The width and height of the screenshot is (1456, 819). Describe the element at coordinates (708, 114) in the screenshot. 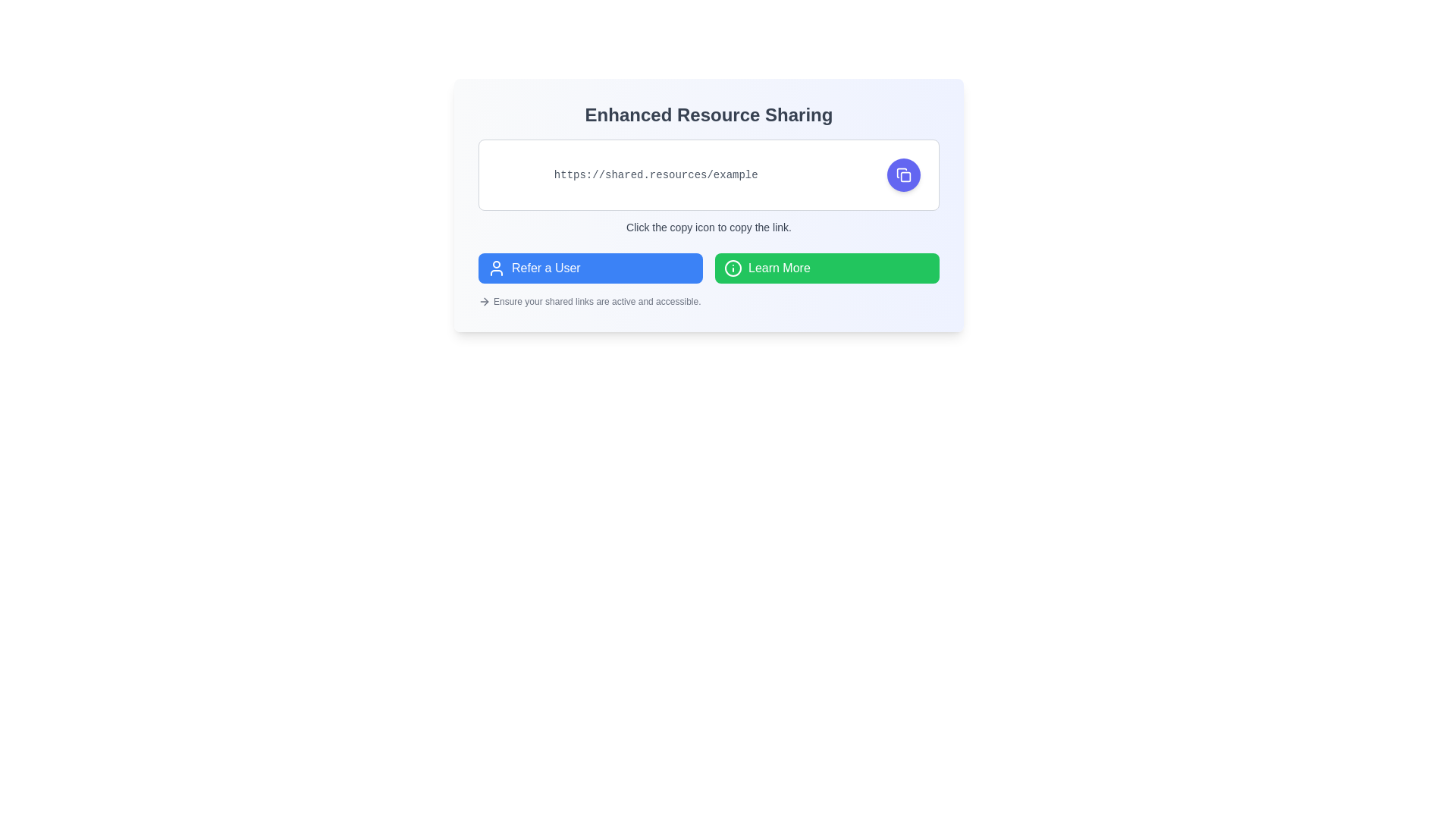

I see `the text element displaying 'Enhanced Resource Sharing', which is styled in a bold 2xl serif font and centered within a gradient background` at that location.